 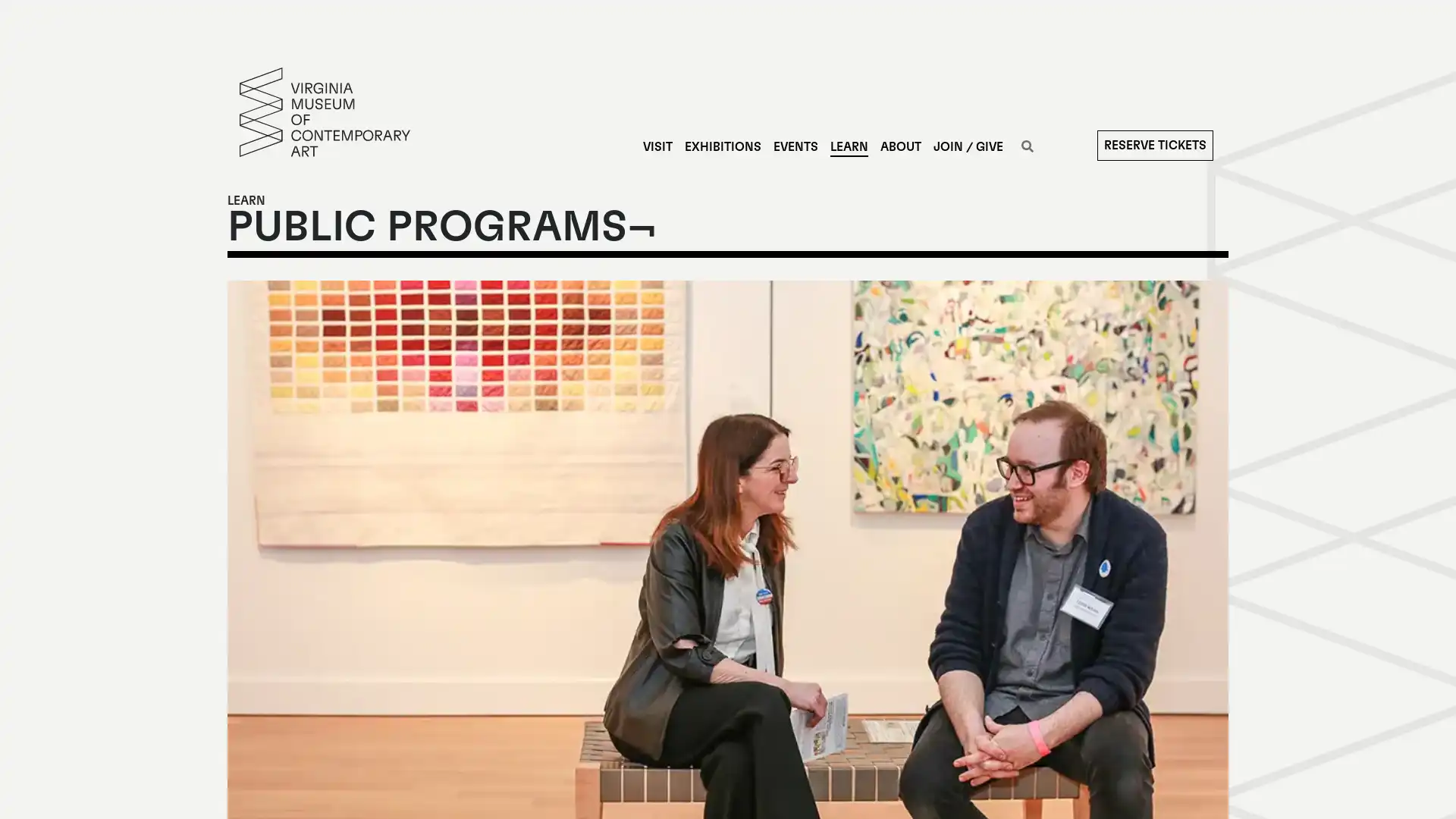 What do you see at coordinates (657, 146) in the screenshot?
I see `VISIT` at bounding box center [657, 146].